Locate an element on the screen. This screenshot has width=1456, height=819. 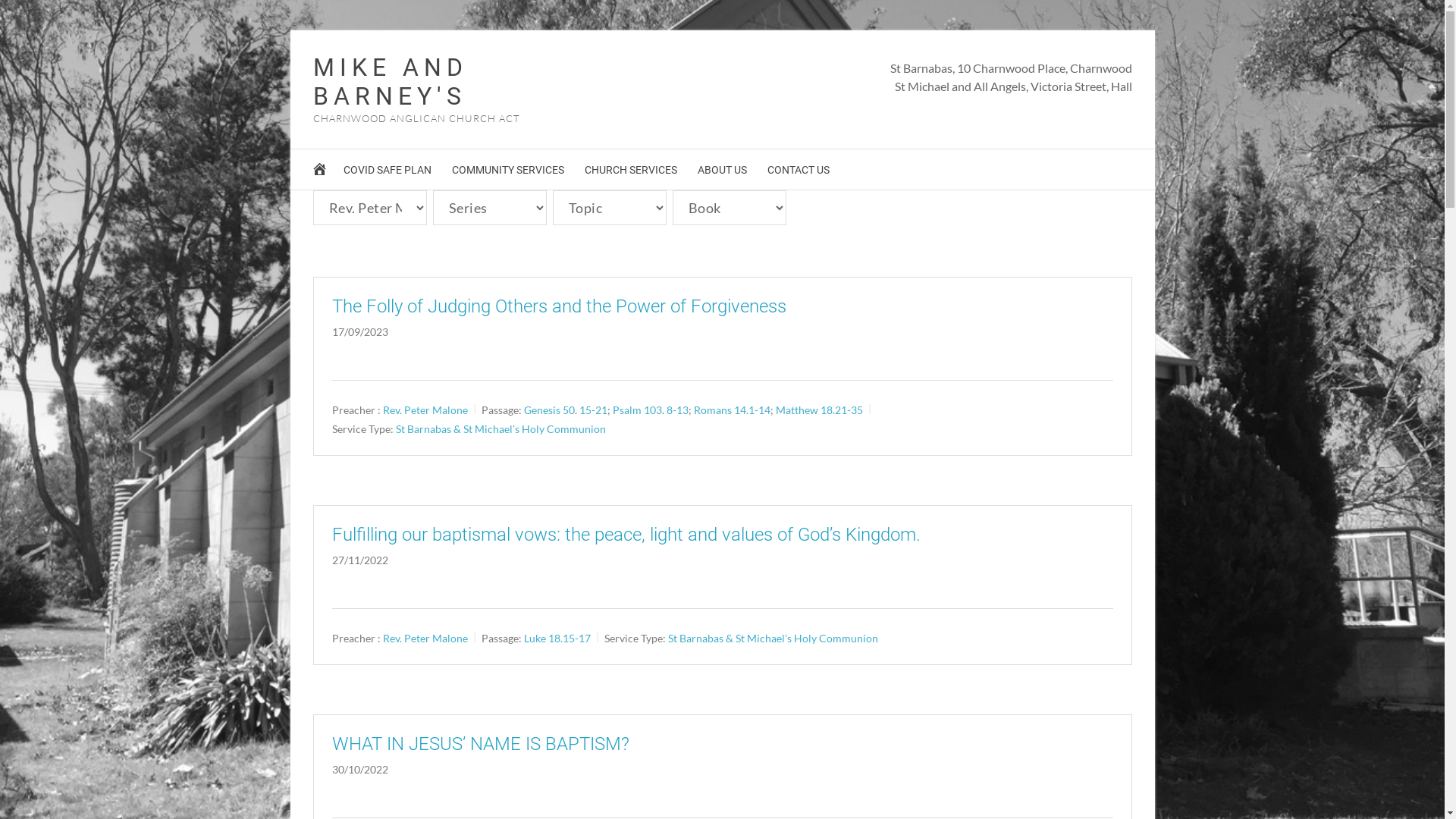
'Romans 14.1-14' is located at coordinates (731, 409).